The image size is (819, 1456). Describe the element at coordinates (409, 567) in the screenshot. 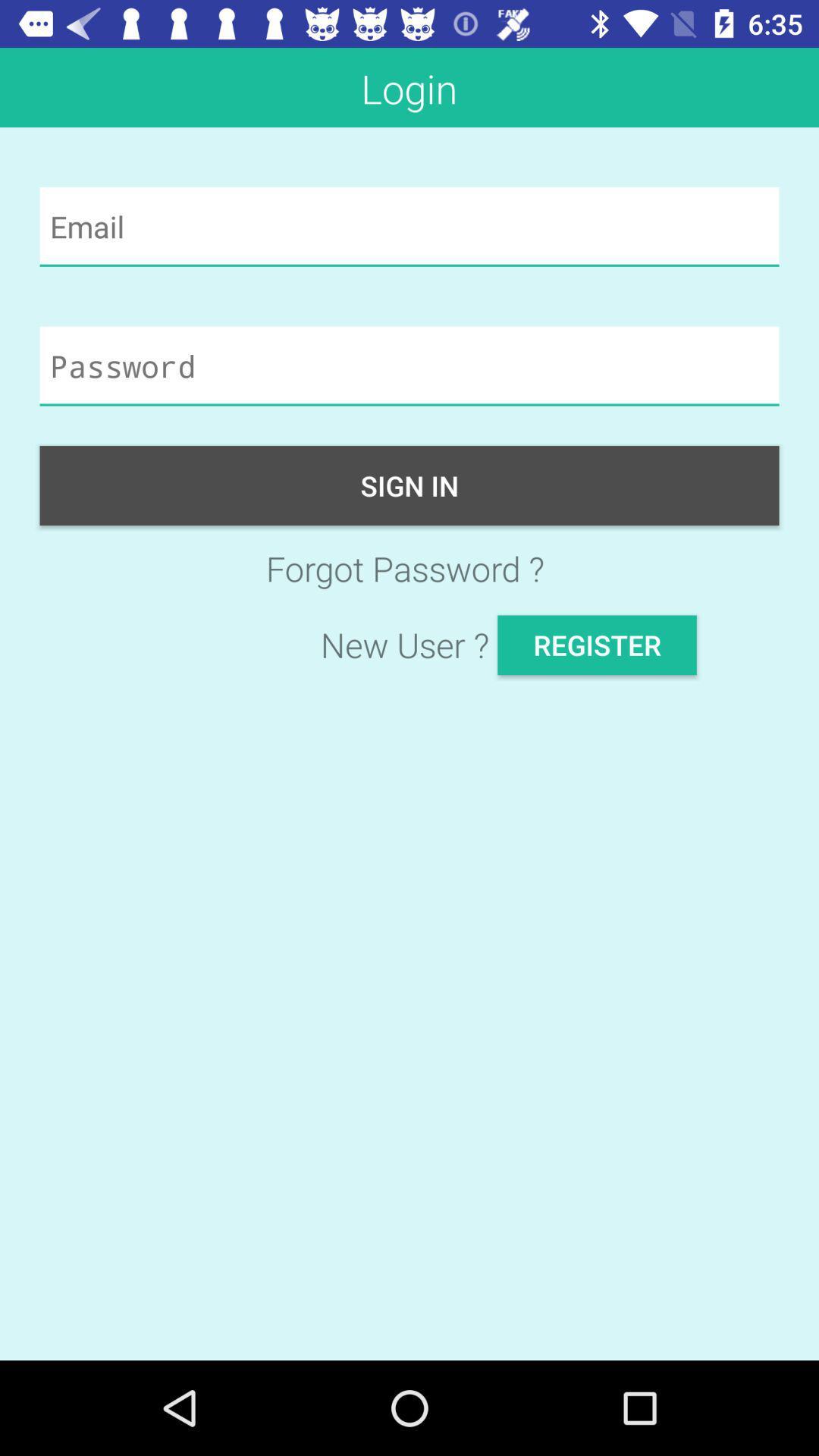

I see `the forgot password ?` at that location.